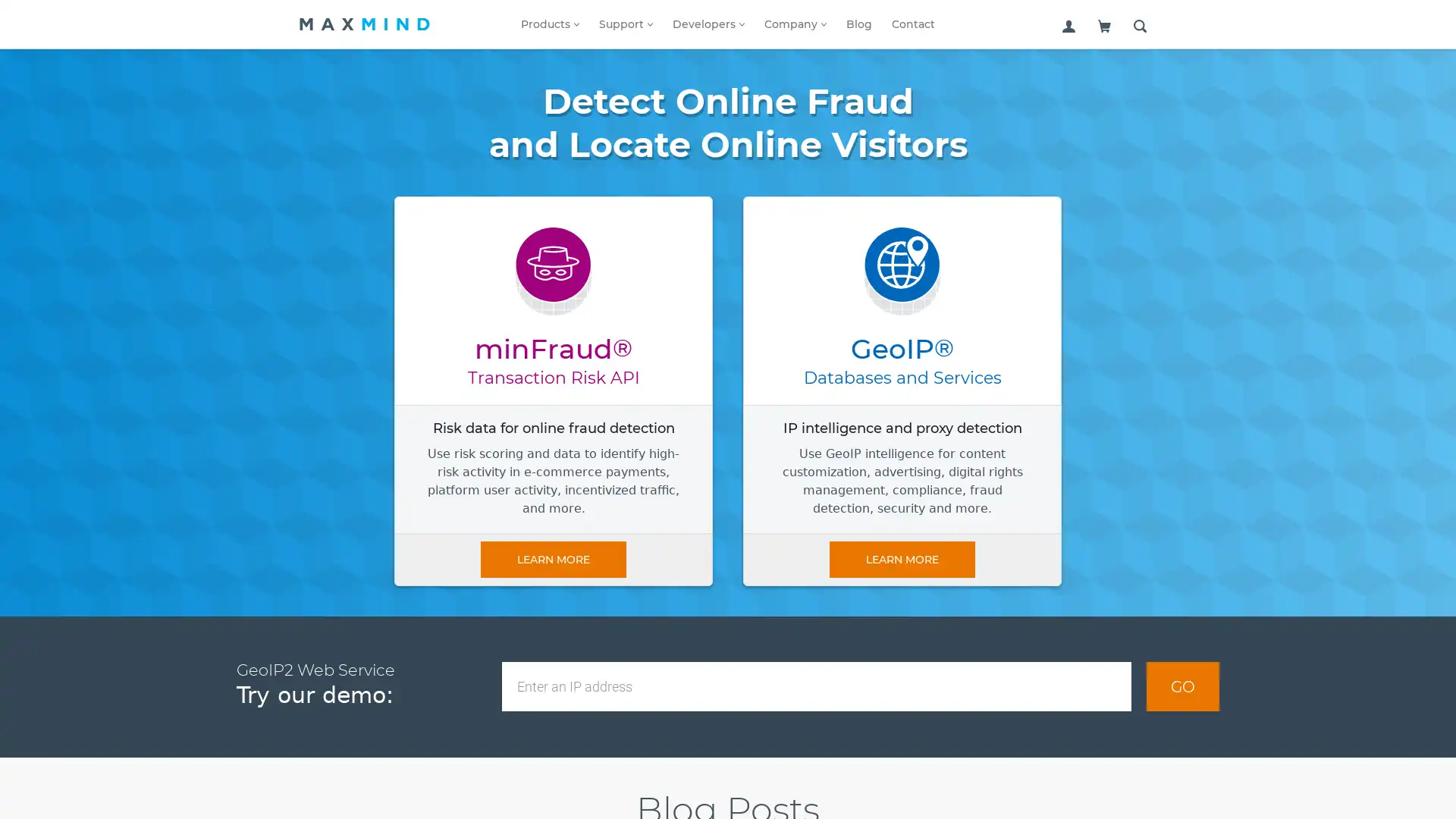 This screenshot has height=819, width=1456. I want to click on Contact, so click(912, 24).